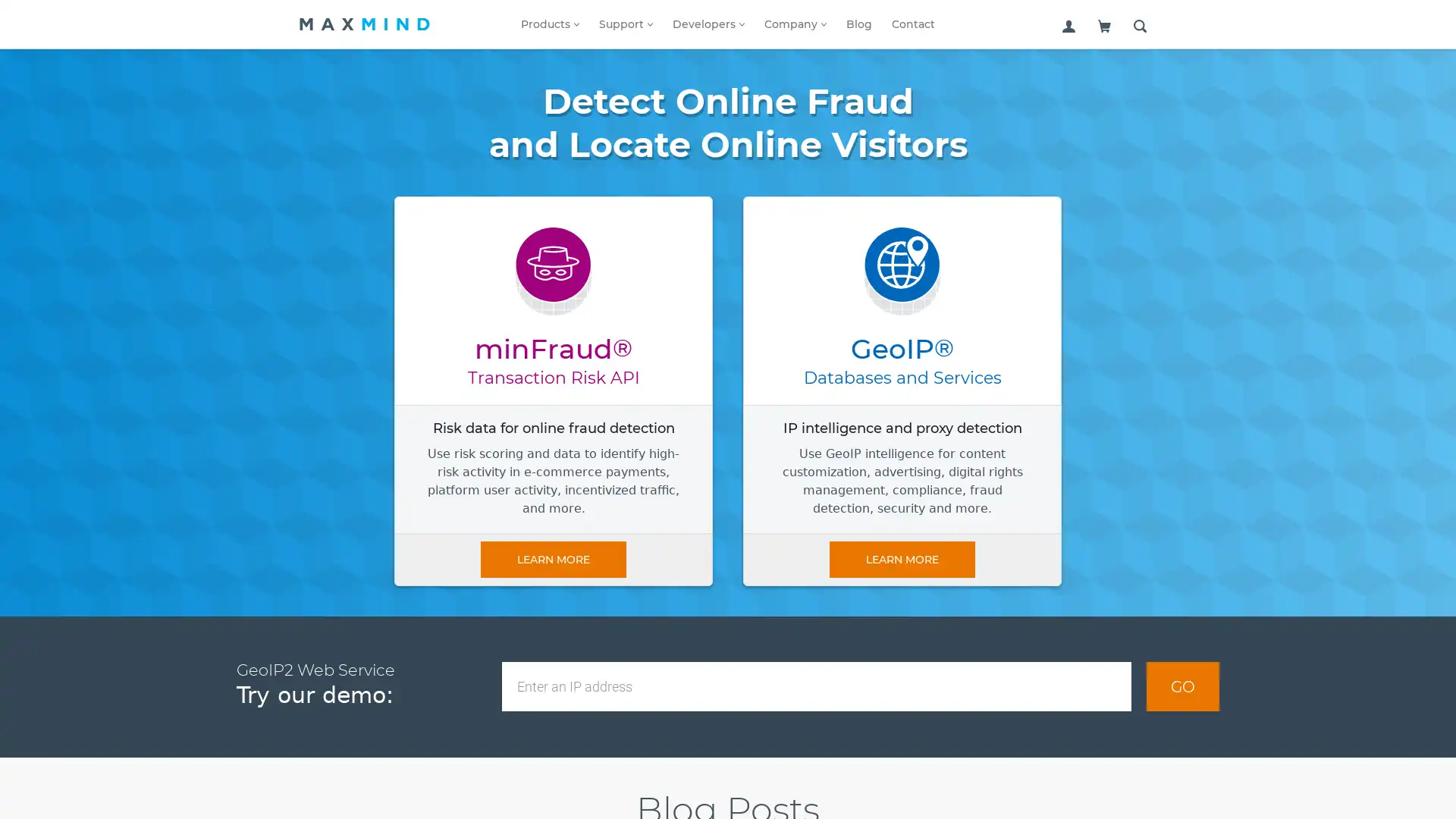 This screenshot has height=819, width=1456. I want to click on Contact, so click(912, 24).